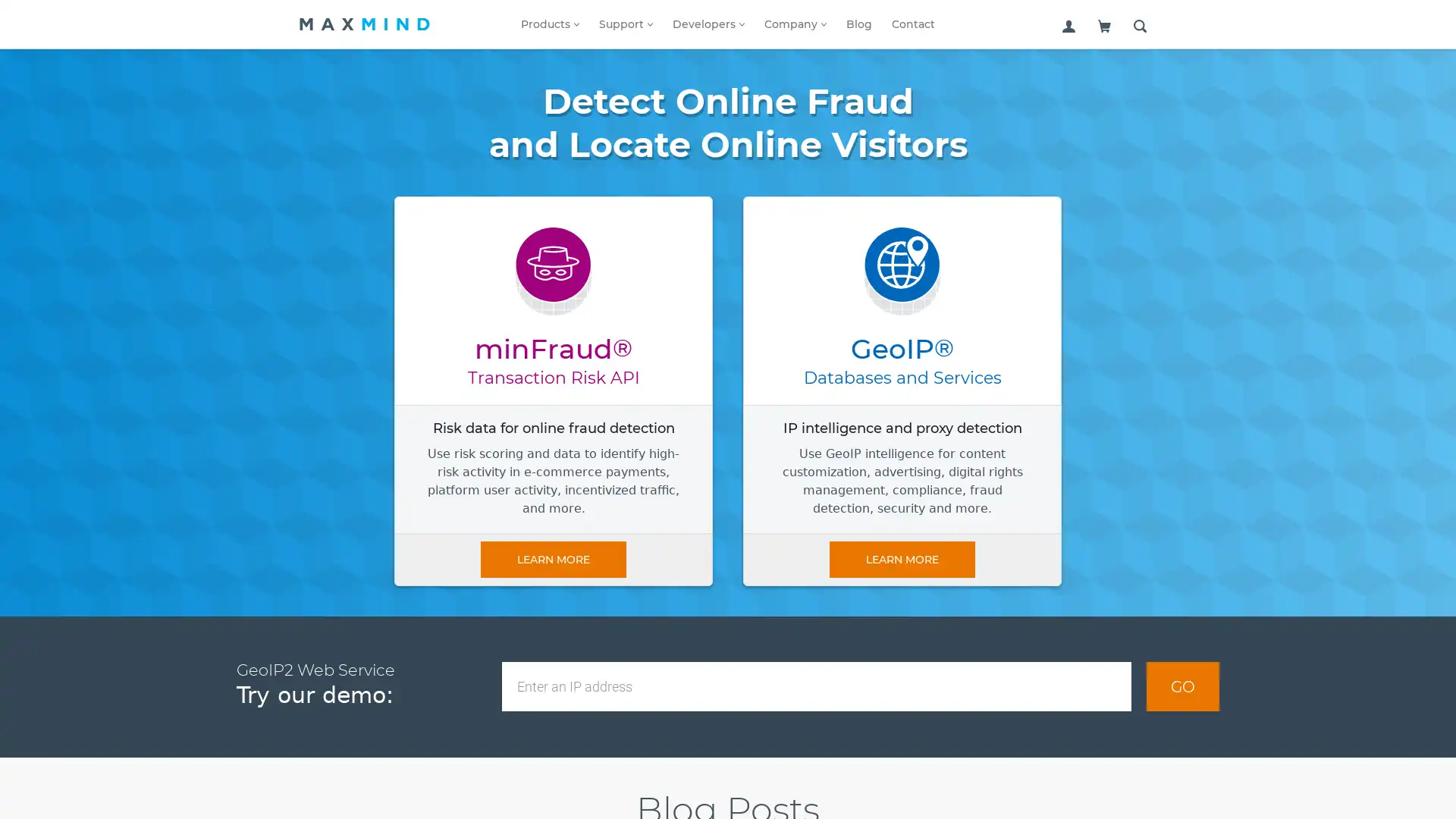 This screenshot has height=819, width=1456. I want to click on Contact, so click(912, 24).